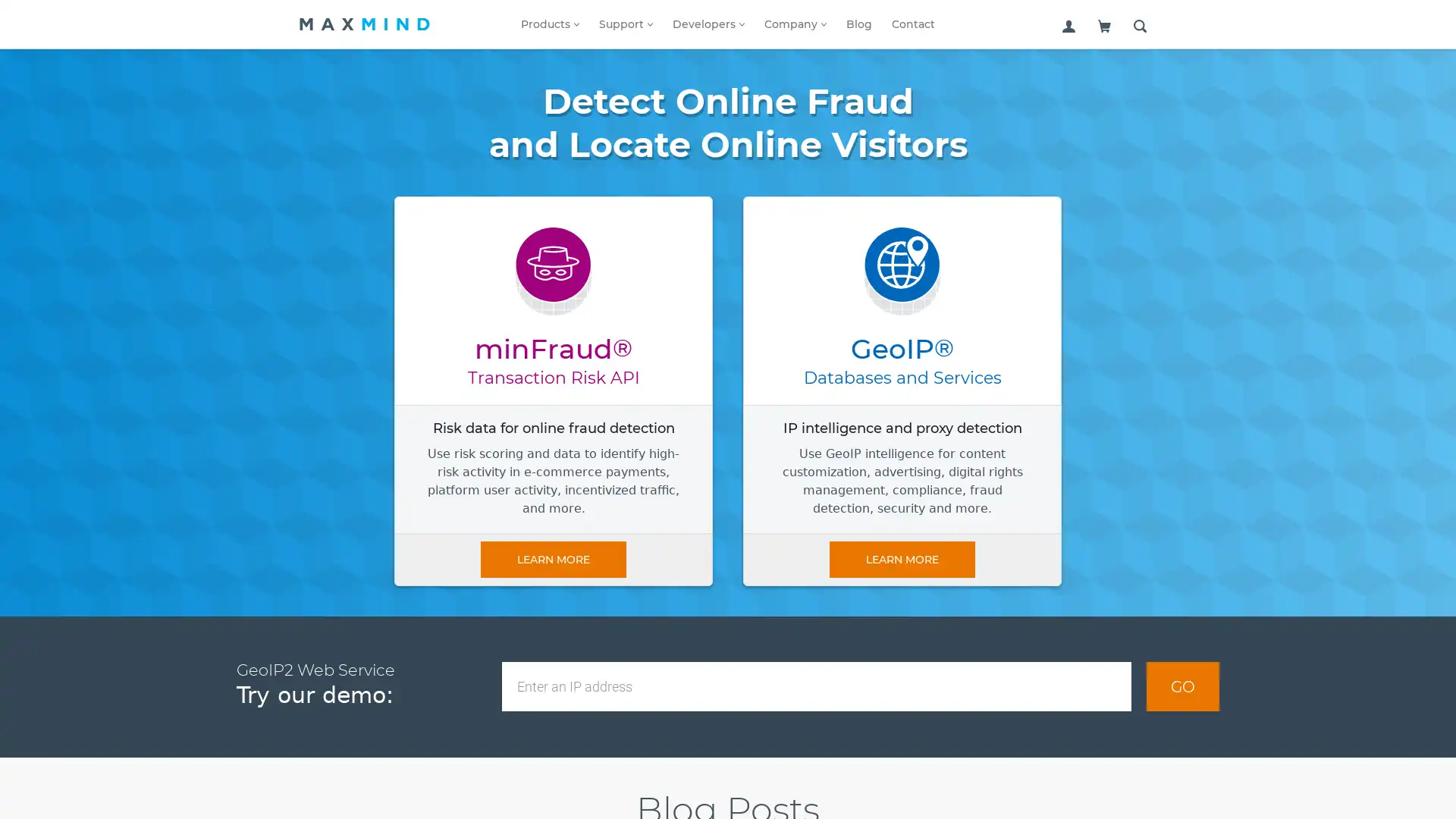 This screenshot has height=819, width=1456. I want to click on Contact, so click(912, 24).